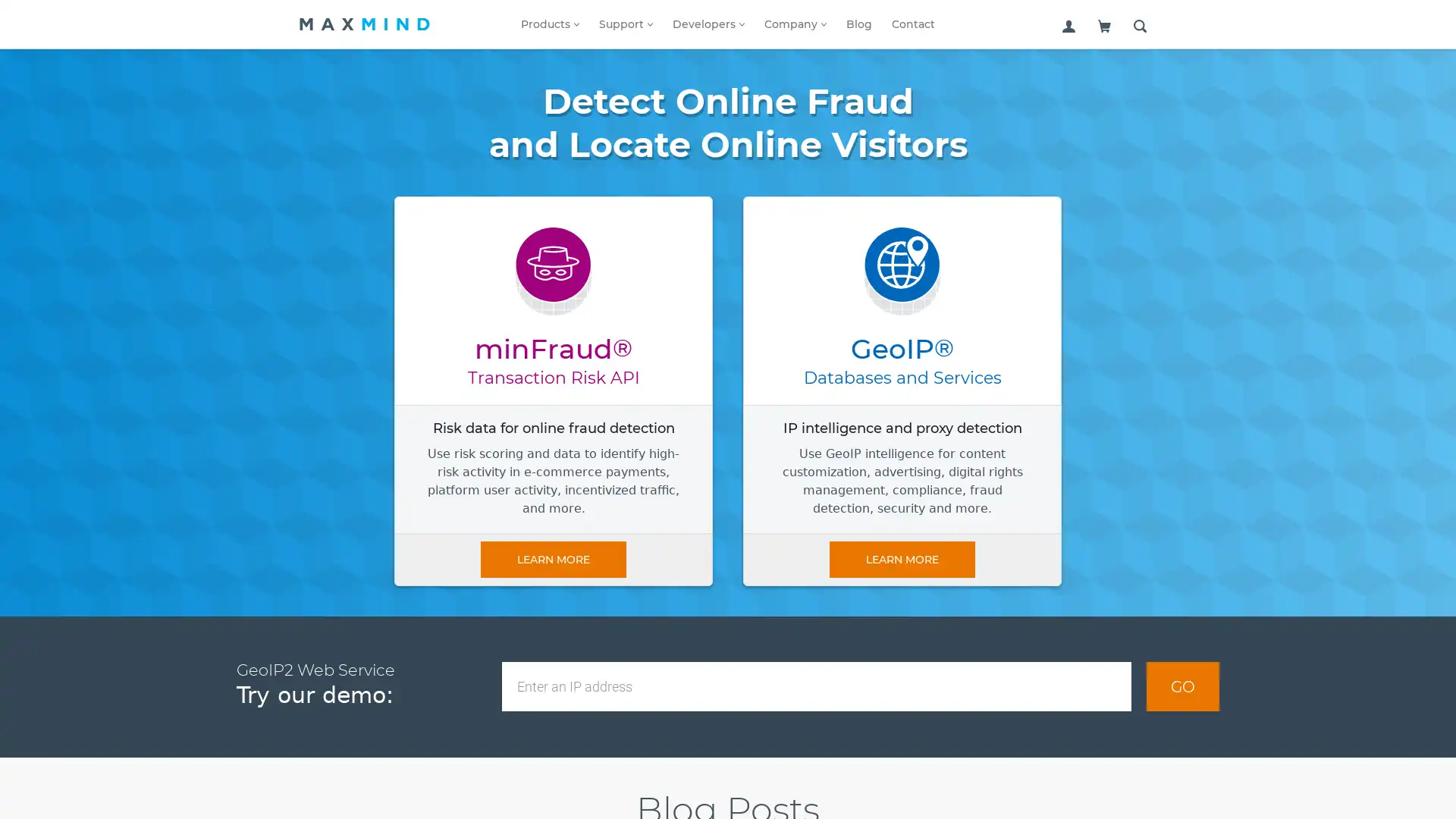 This screenshot has height=819, width=1456. I want to click on Contact, so click(912, 24).